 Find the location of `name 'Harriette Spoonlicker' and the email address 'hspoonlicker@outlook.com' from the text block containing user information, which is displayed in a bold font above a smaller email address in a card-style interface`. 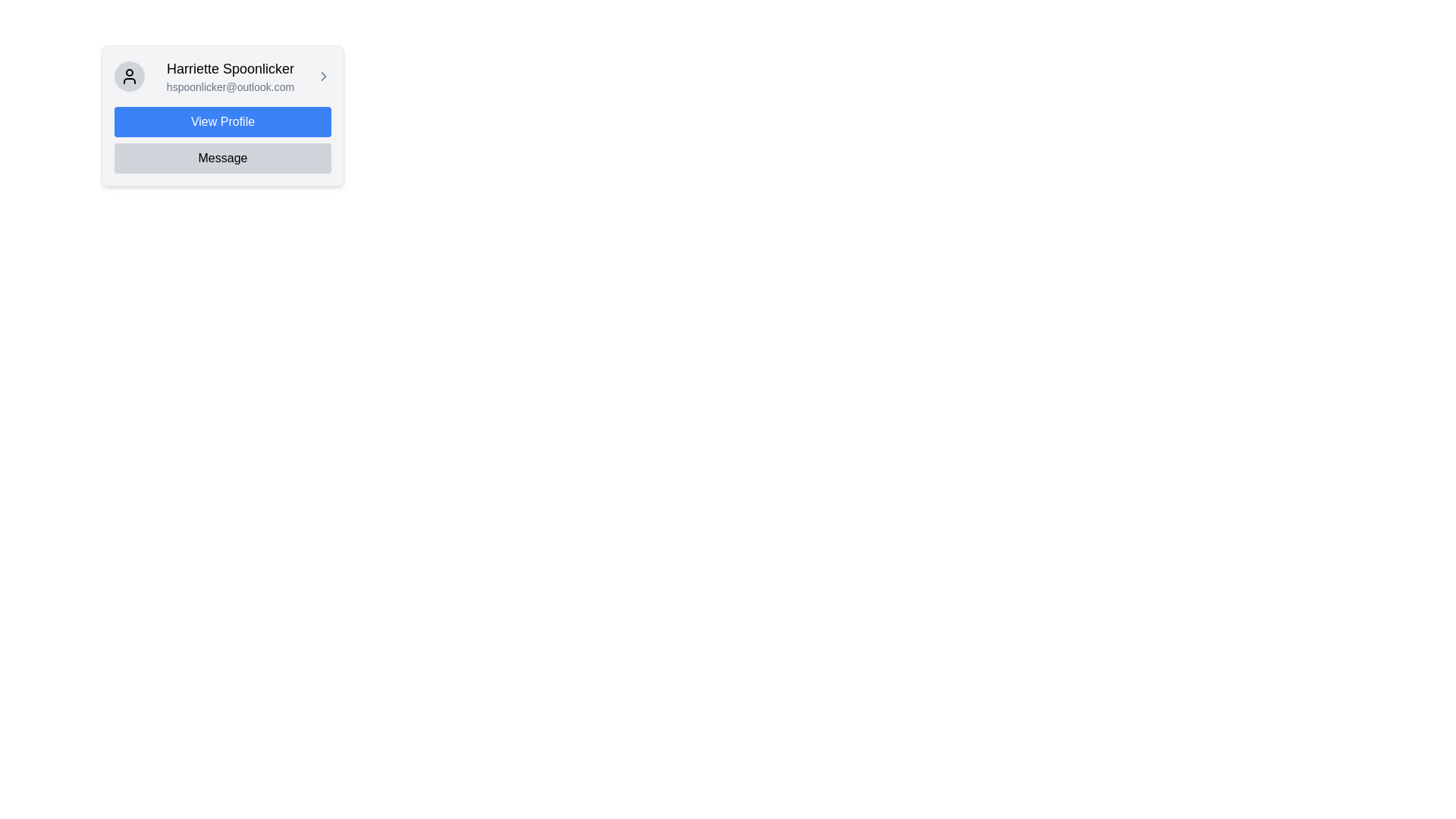

name 'Harriette Spoonlicker' and the email address 'hspoonlicker@outlook.com' from the text block containing user information, which is displayed in a bold font above a smaller email address in a card-style interface is located at coordinates (229, 76).